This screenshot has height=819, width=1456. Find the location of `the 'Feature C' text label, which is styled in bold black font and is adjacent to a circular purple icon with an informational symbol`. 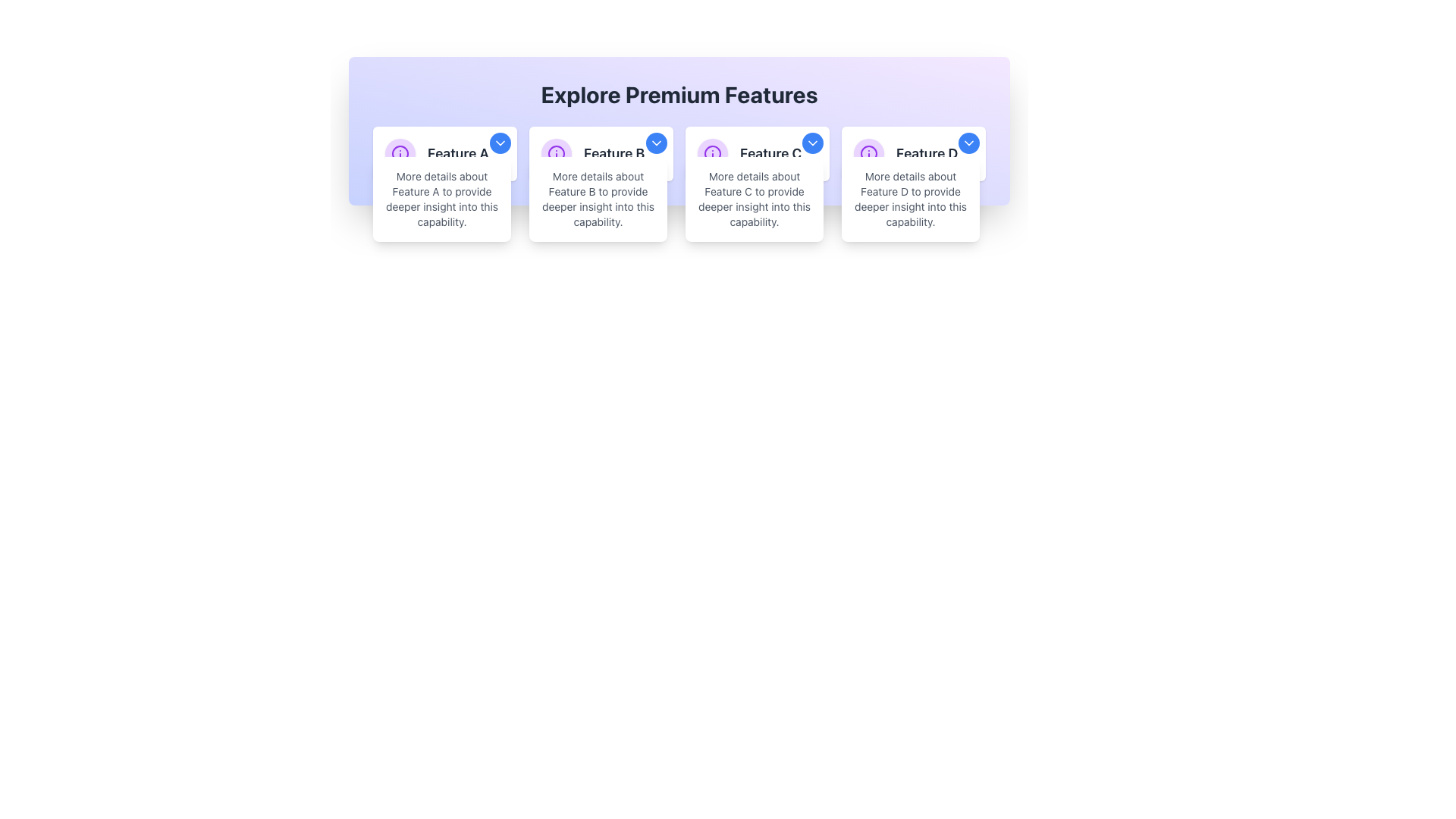

the 'Feature C' text label, which is styled in bold black font and is adjacent to a circular purple icon with an informational symbol is located at coordinates (757, 154).